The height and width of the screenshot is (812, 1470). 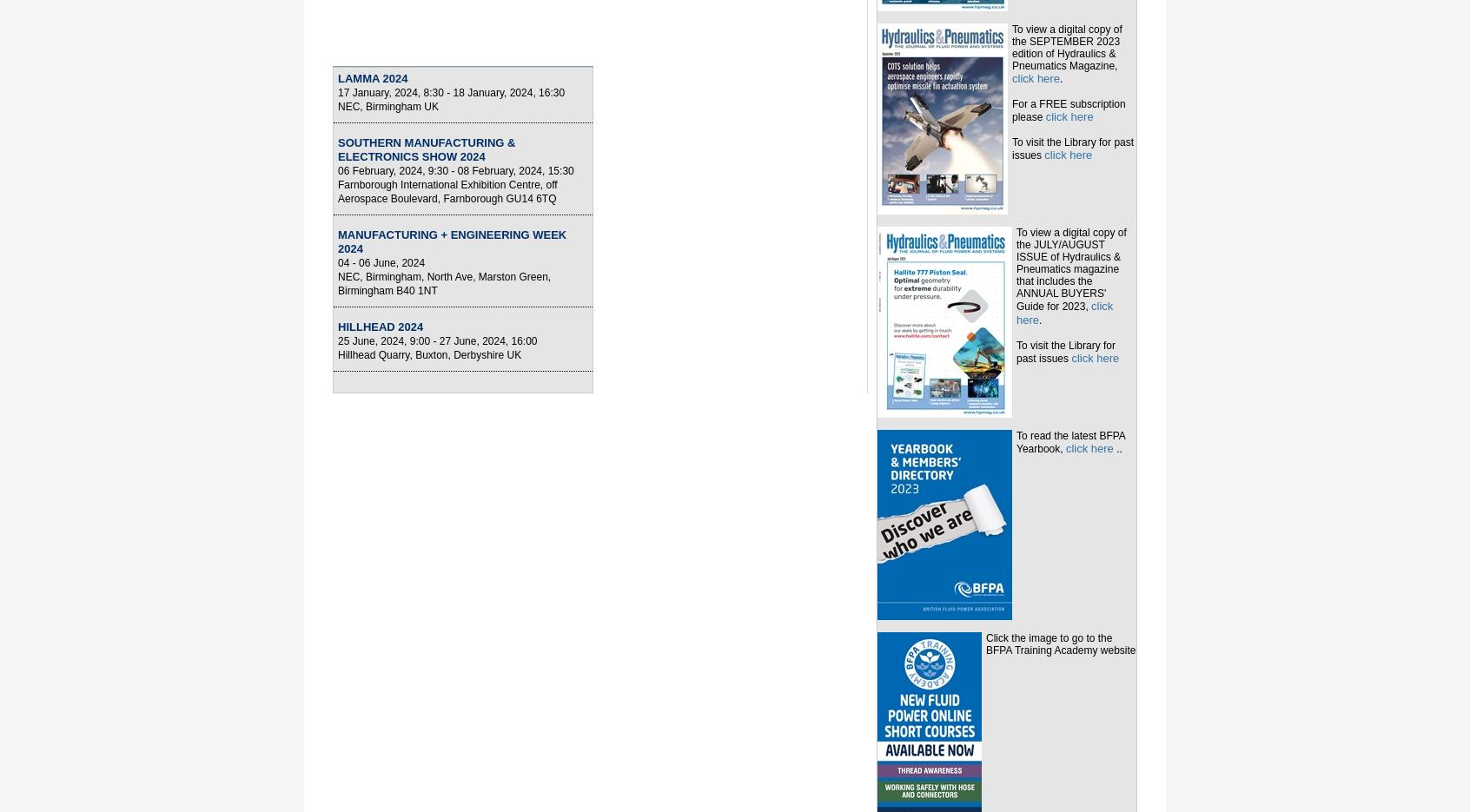 What do you see at coordinates (381, 263) in the screenshot?
I see `'04 - 06 June, 2024'` at bounding box center [381, 263].